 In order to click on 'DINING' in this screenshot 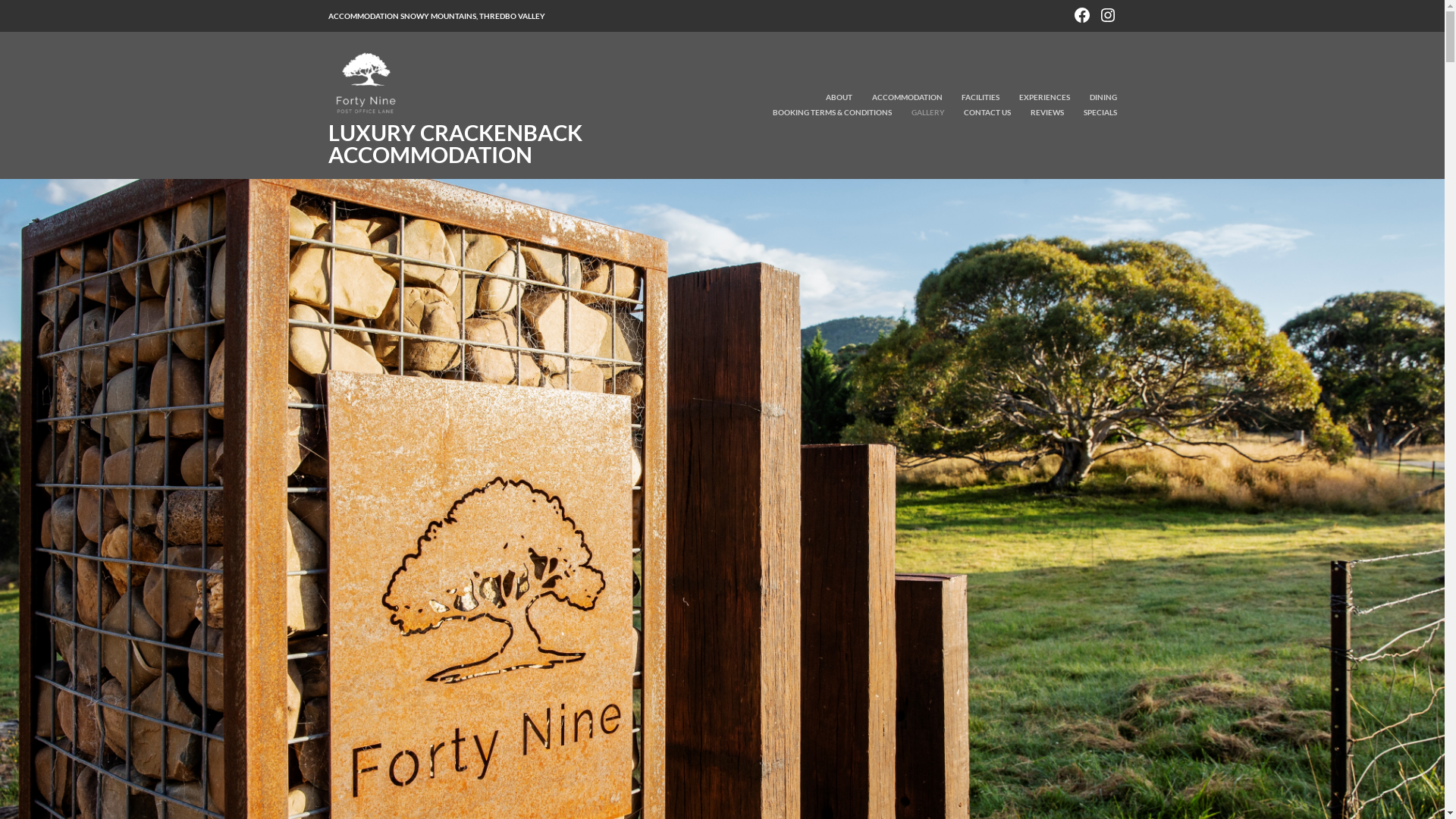, I will do `click(1094, 97)`.